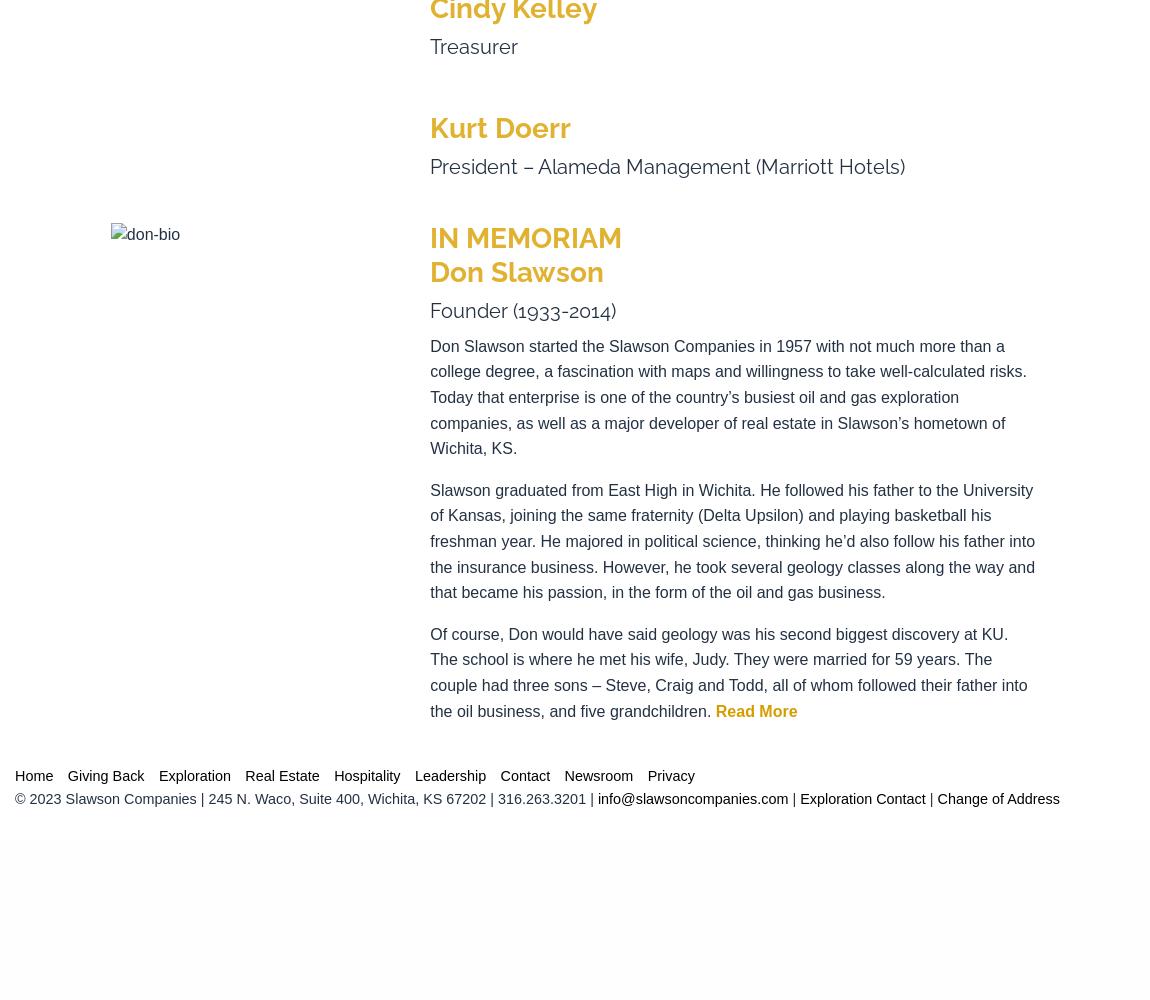 The height and width of the screenshot is (1000, 1150). I want to click on 'Of course, Don would have said geology was his second biggest discovery at KU. The school is where he met his wife, Judy. They were married for 59 years. The couple had three sons – Steve, Craig and Todd, all of whom followed their father into the oil business, and five grandchildren.', so click(727, 672).